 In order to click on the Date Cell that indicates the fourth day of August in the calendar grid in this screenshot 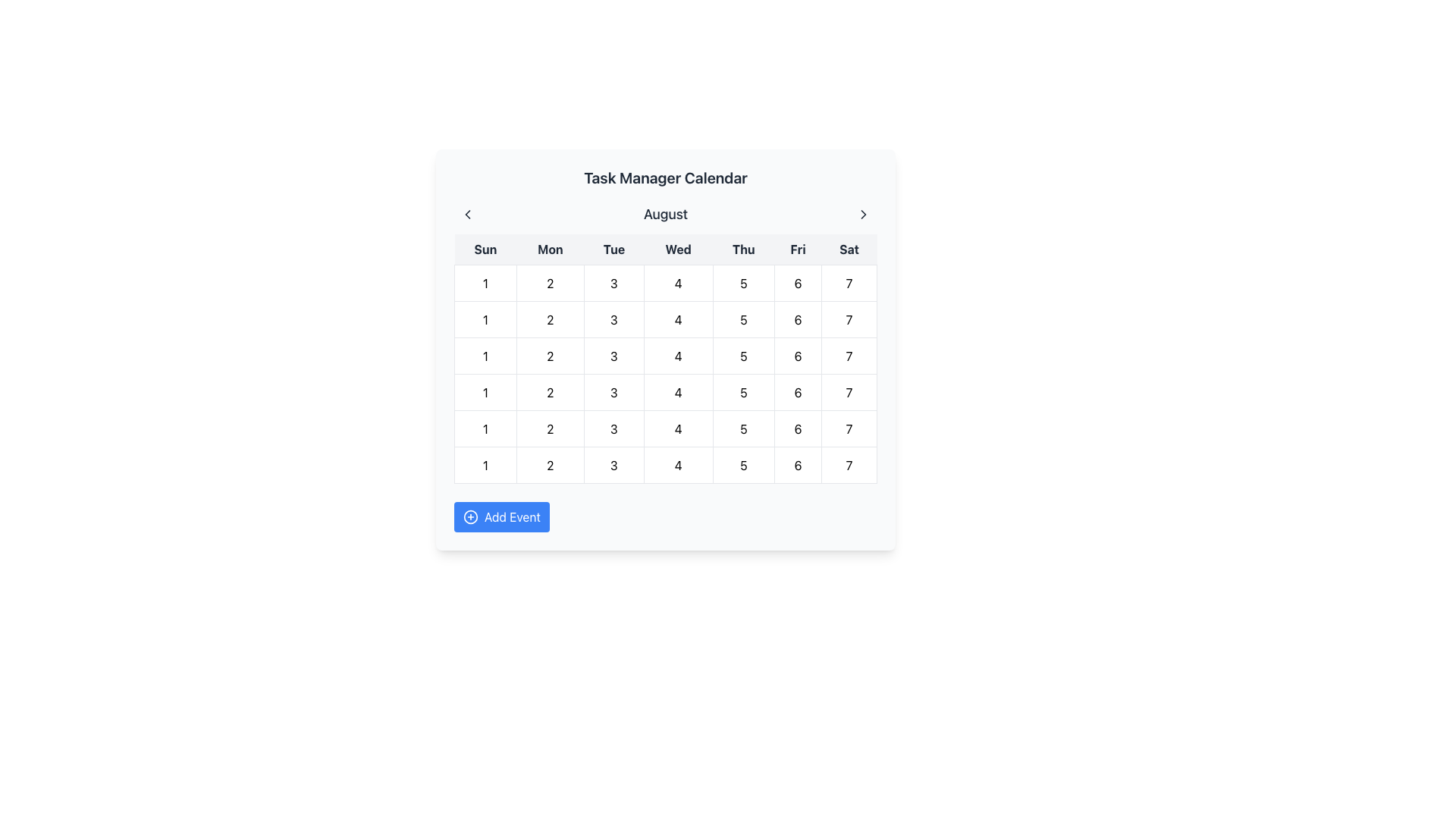, I will do `click(677, 464)`.